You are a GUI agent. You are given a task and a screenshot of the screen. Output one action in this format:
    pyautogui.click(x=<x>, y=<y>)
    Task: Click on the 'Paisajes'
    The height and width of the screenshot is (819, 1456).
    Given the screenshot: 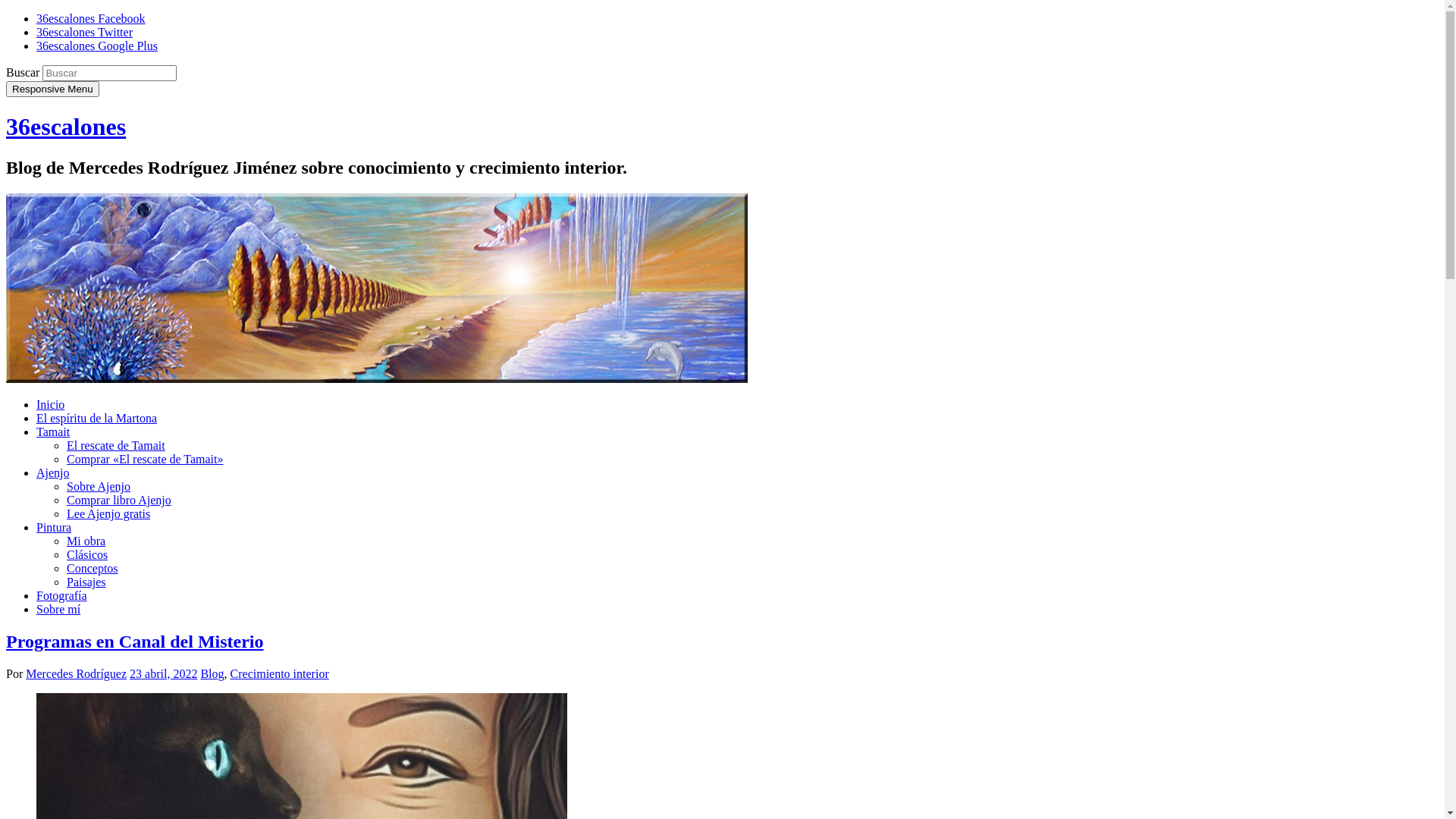 What is the action you would take?
    pyautogui.click(x=65, y=581)
    